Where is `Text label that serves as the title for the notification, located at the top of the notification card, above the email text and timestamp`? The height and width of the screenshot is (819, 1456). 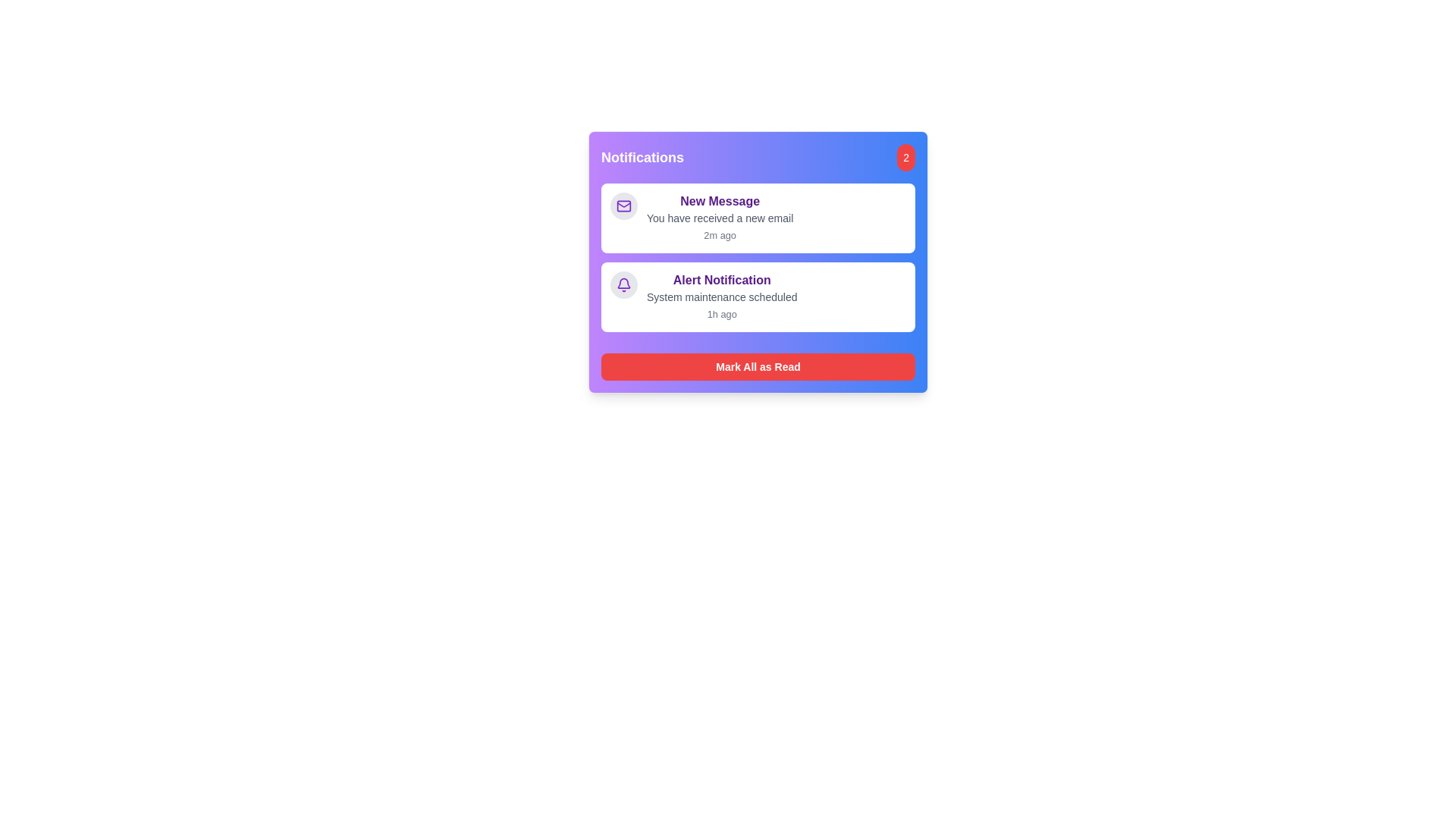
Text label that serves as the title for the notification, located at the top of the notification card, above the email text and timestamp is located at coordinates (719, 201).